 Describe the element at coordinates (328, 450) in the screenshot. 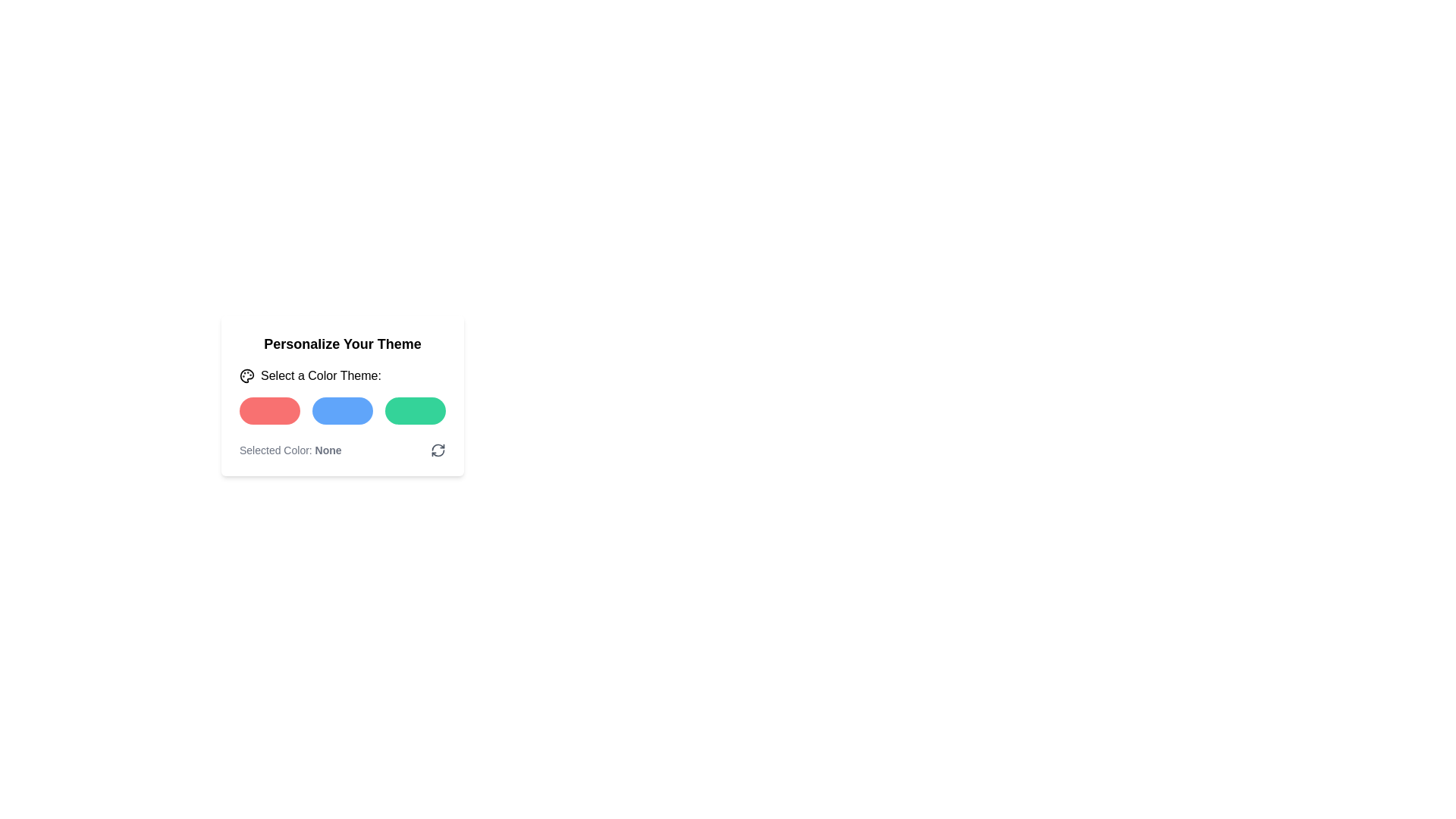

I see `text displayed in the bold section of the Text Label indicating the currently selected color, which is 'None'` at that location.